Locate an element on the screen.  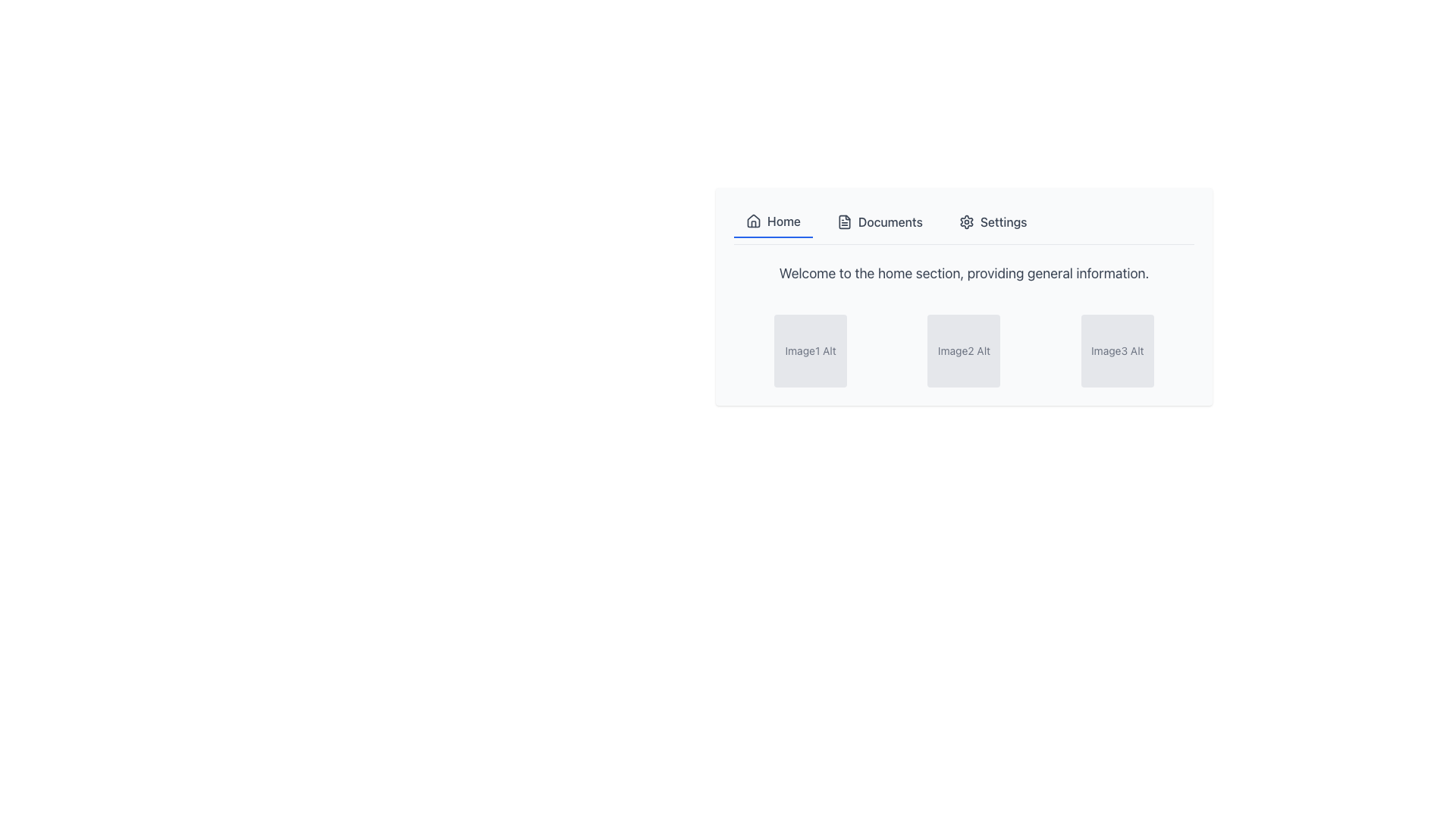
the 'Home' label associated with the house icon located in the top navigation bar is located at coordinates (753, 220).